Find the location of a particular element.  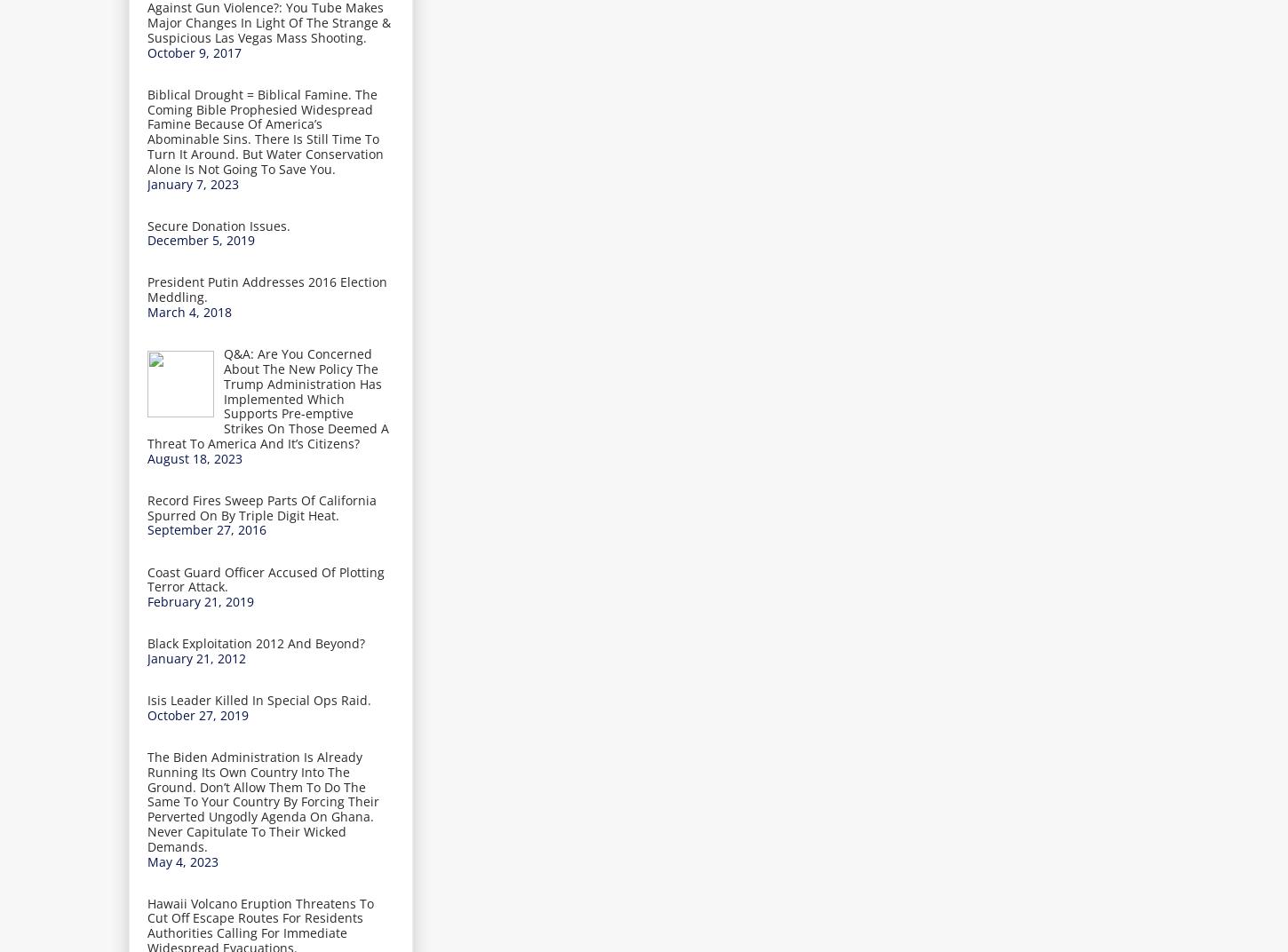

'The Biden Administration Is Already Running Its Own Country Into The Ground. Don’t Allow Them To Do The Same To Your Country By Forcing Their Perverted Ungodly Agenda On Ghana. Never Capitulate To Their Wicked Demands.' is located at coordinates (147, 801).